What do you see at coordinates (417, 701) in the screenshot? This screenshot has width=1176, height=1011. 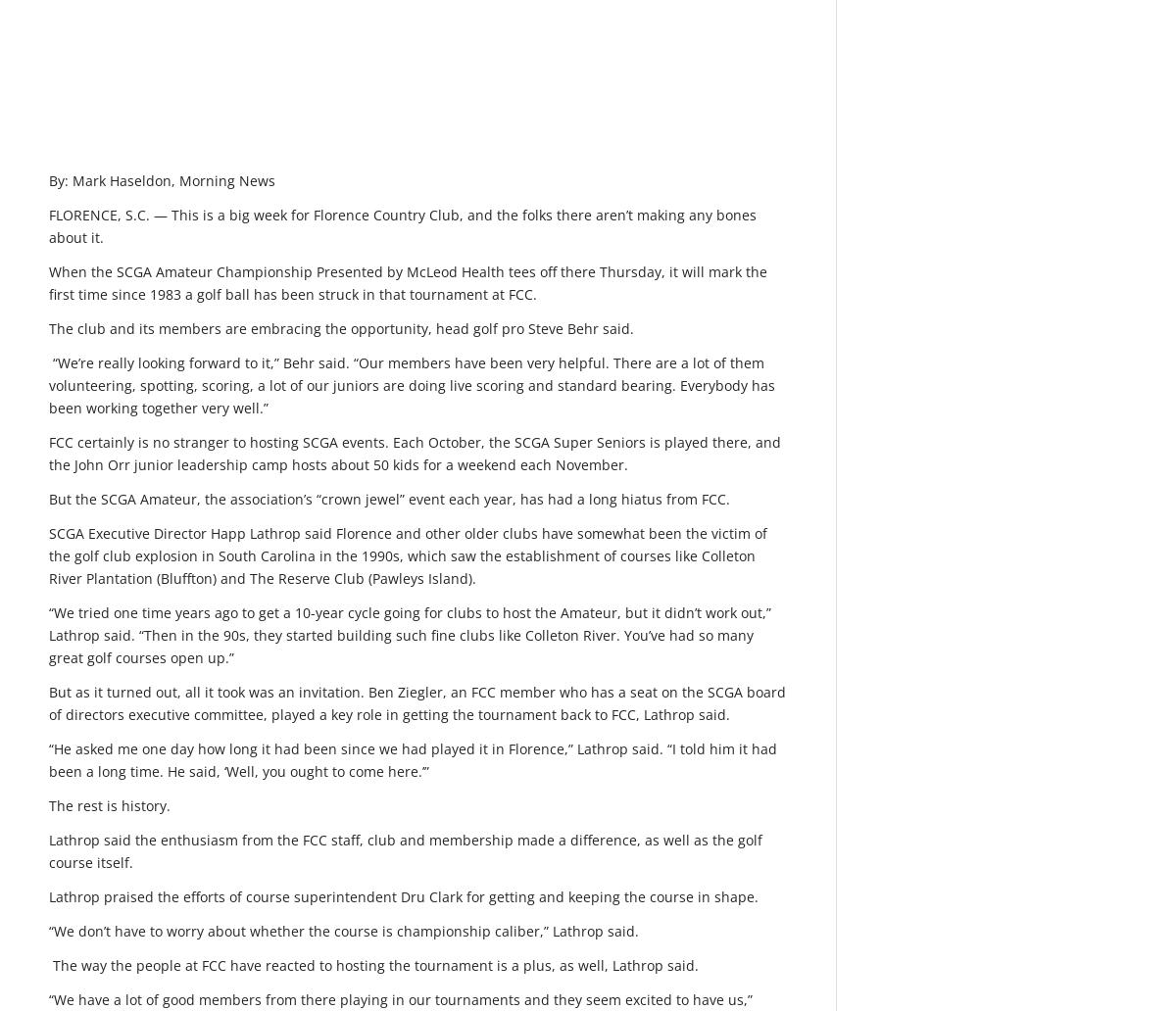 I see `'But as it turned out, all it took was an invitation. Ben Ziegler, an FCC member who has a seat on the SCGA board of directors executive committee, played a key role in getting the tournament back to FCC, Lathrop said.'` at bounding box center [417, 701].